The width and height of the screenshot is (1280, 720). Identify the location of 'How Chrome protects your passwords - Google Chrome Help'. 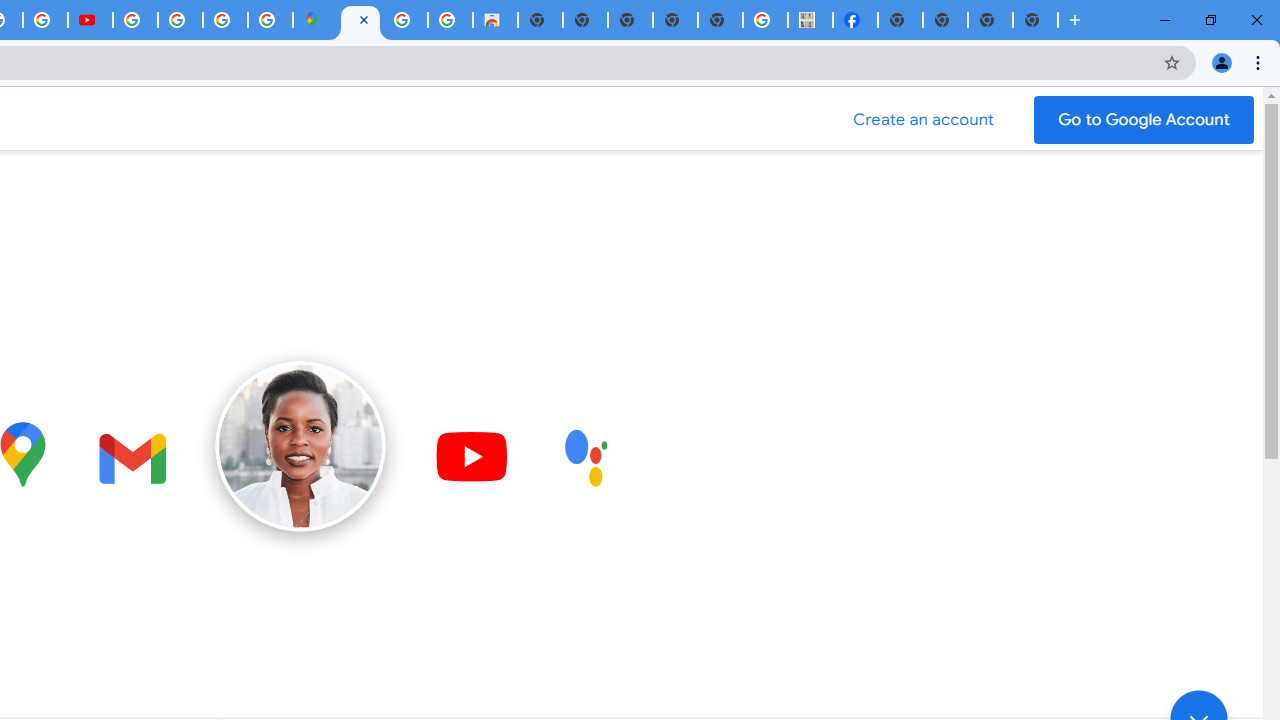
(134, 20).